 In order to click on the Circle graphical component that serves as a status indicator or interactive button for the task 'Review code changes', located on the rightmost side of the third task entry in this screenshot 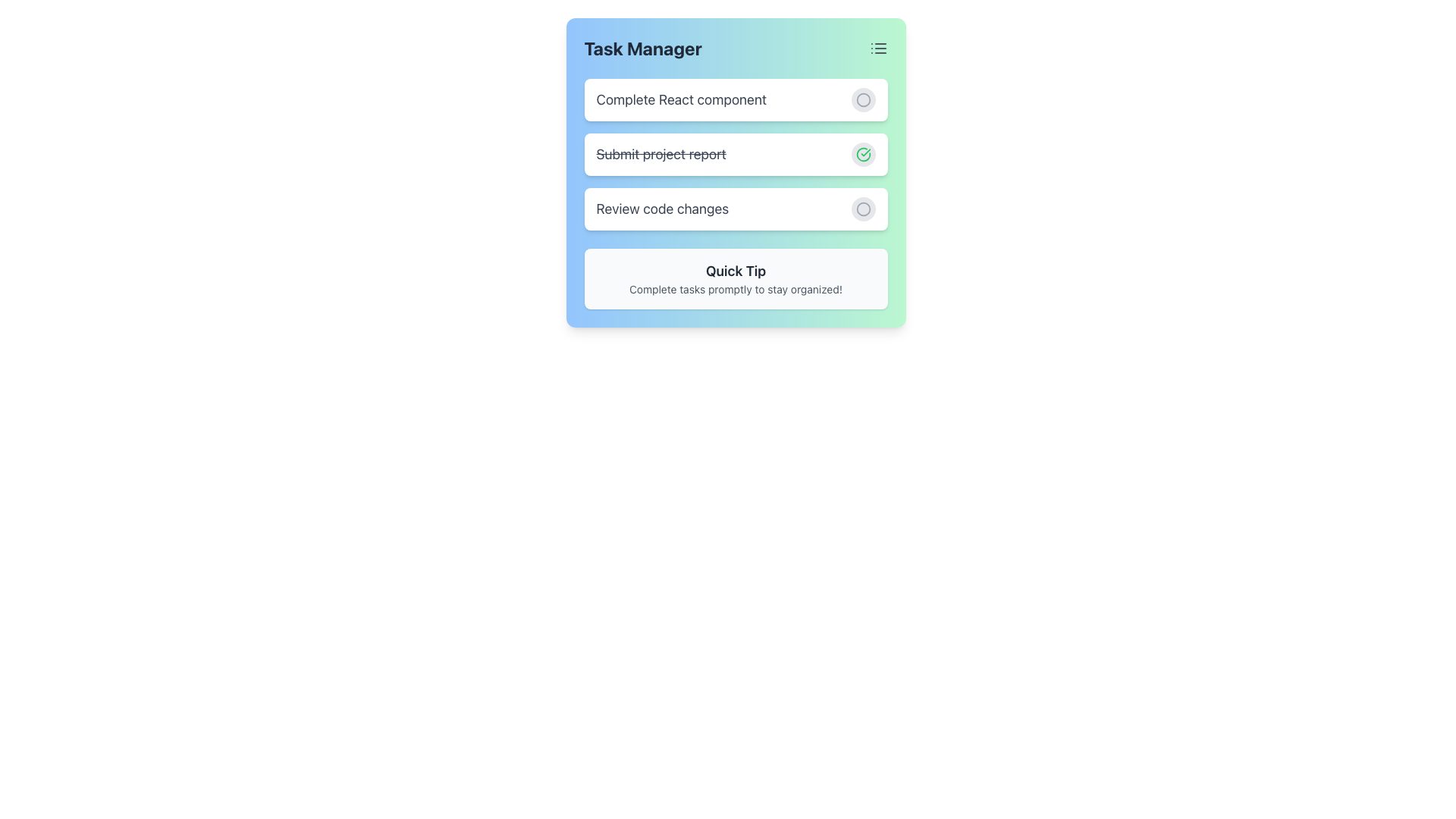, I will do `click(863, 209)`.